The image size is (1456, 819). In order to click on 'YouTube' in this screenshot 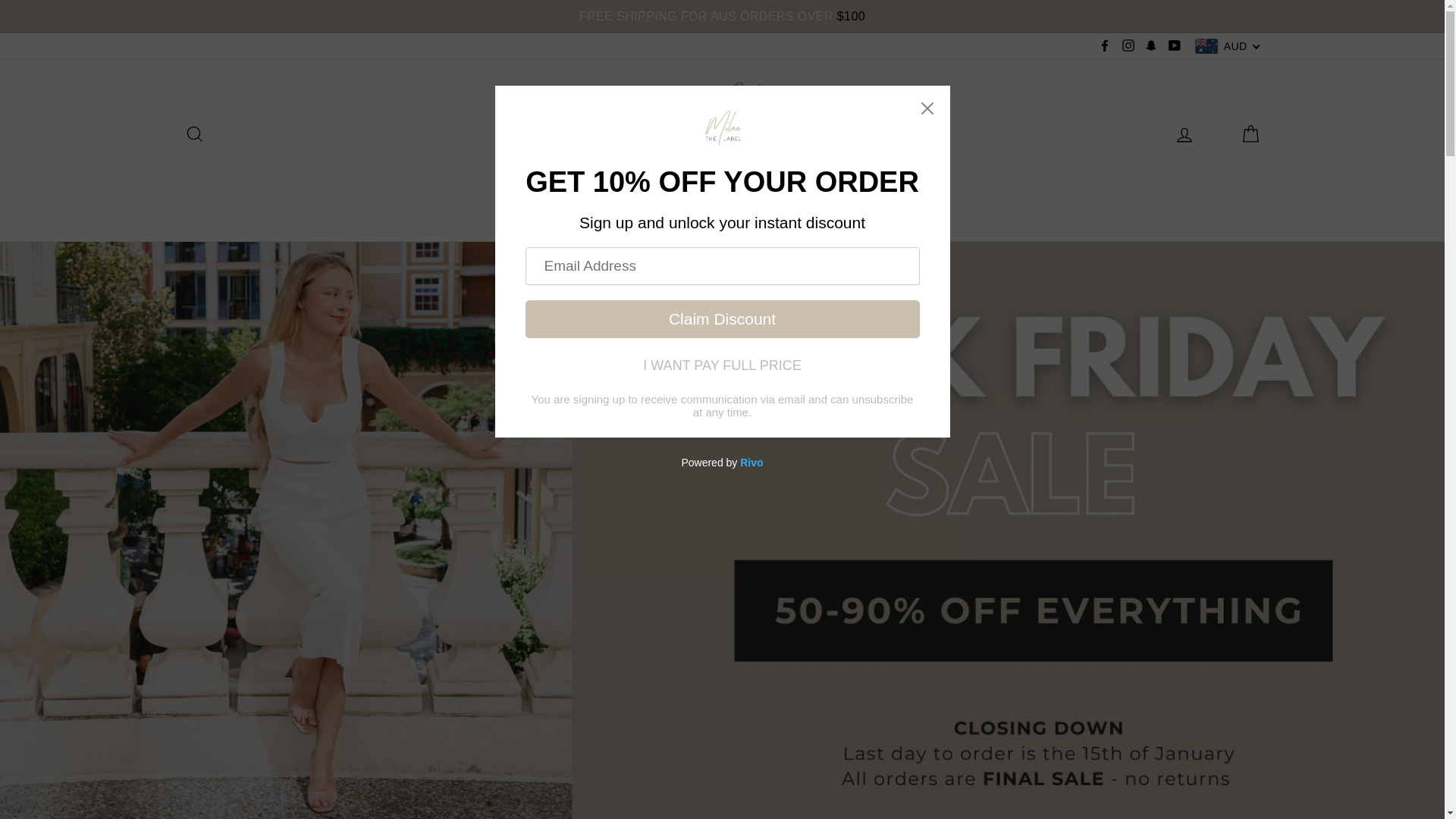, I will do `click(1174, 45)`.